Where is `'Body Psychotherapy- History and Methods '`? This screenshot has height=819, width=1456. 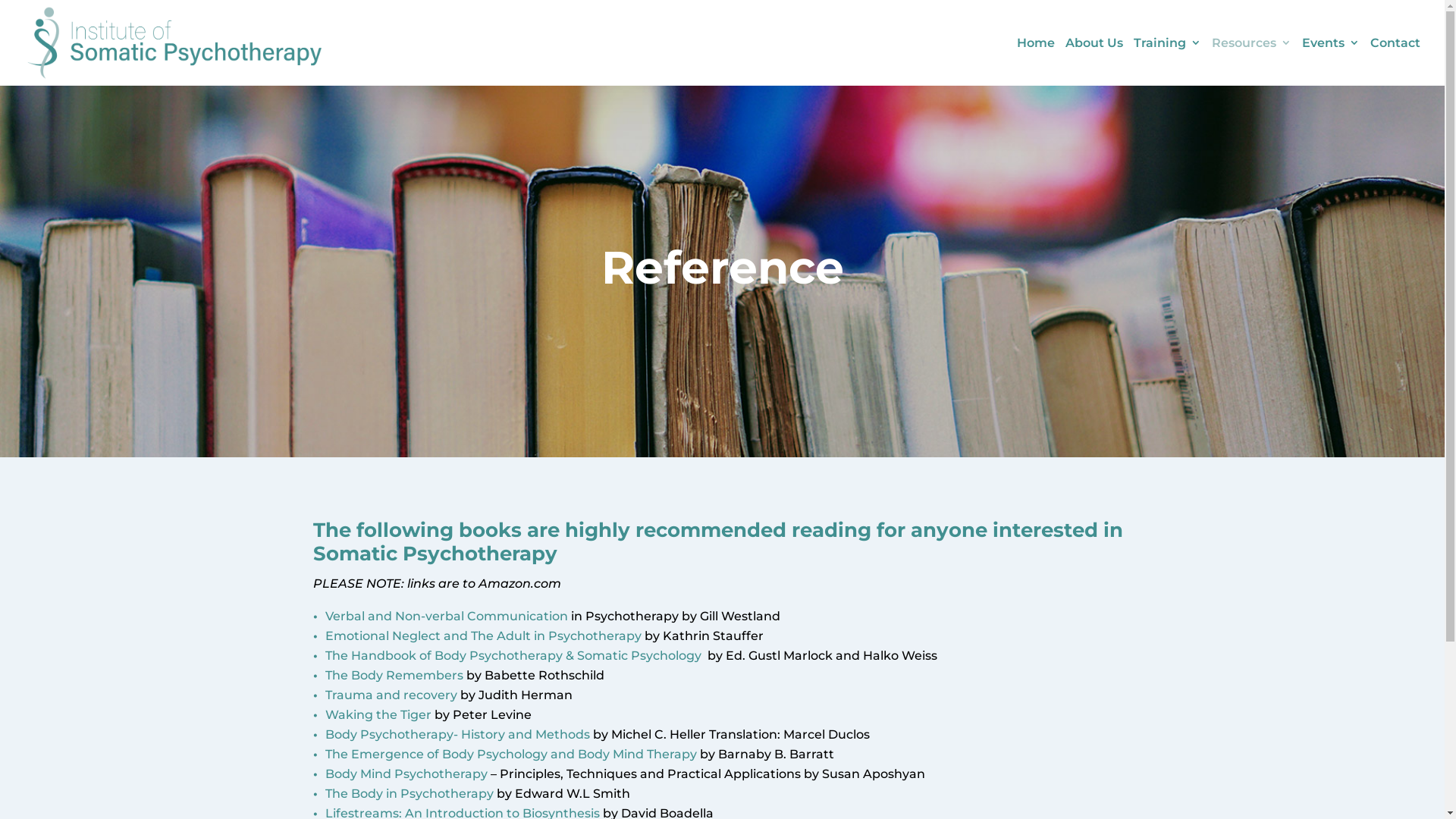
'Body Psychotherapy- History and Methods ' is located at coordinates (457, 733).